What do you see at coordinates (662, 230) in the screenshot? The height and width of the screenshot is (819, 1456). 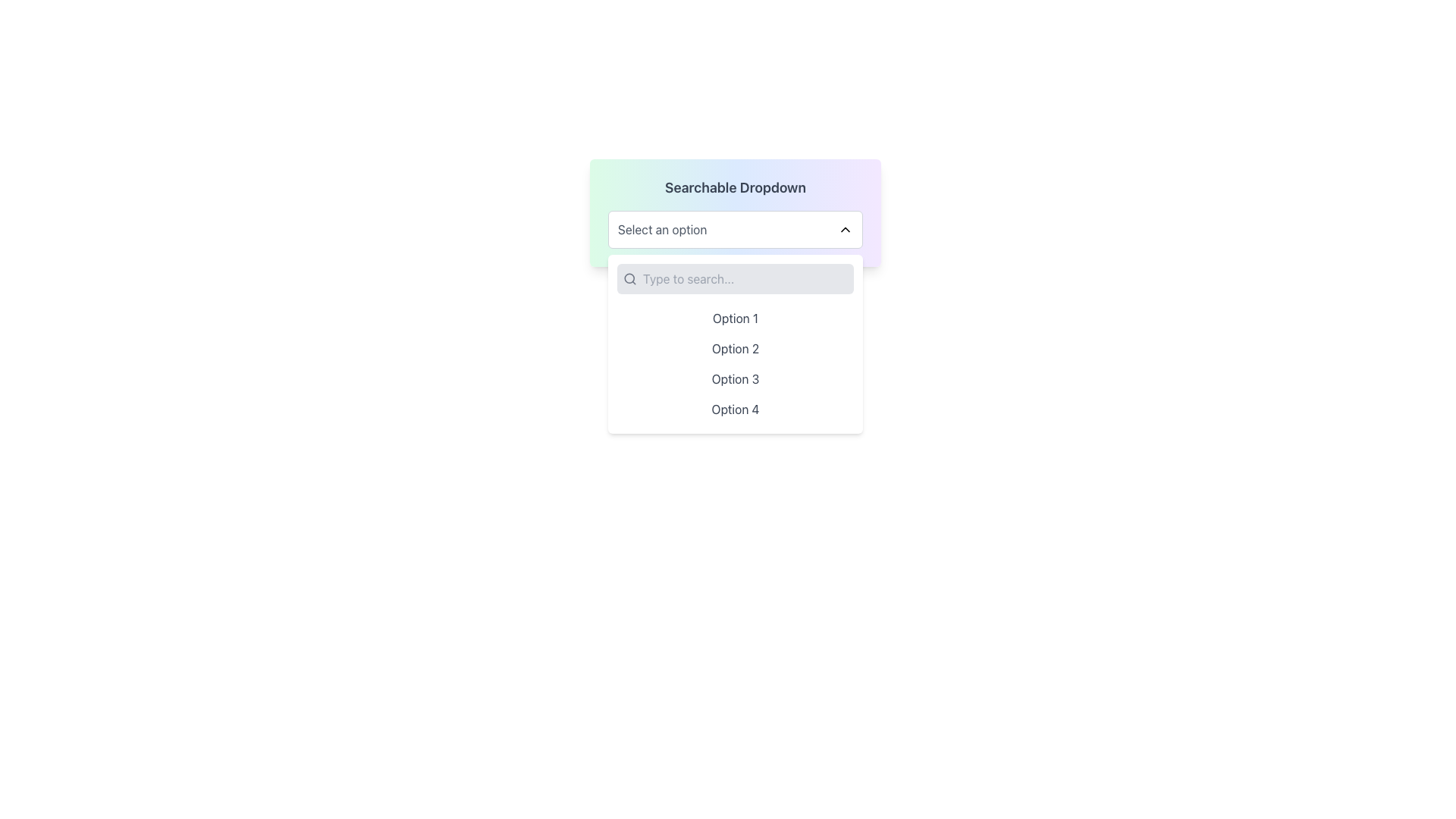 I see `the placeholder text inside the dropdown` at bounding box center [662, 230].